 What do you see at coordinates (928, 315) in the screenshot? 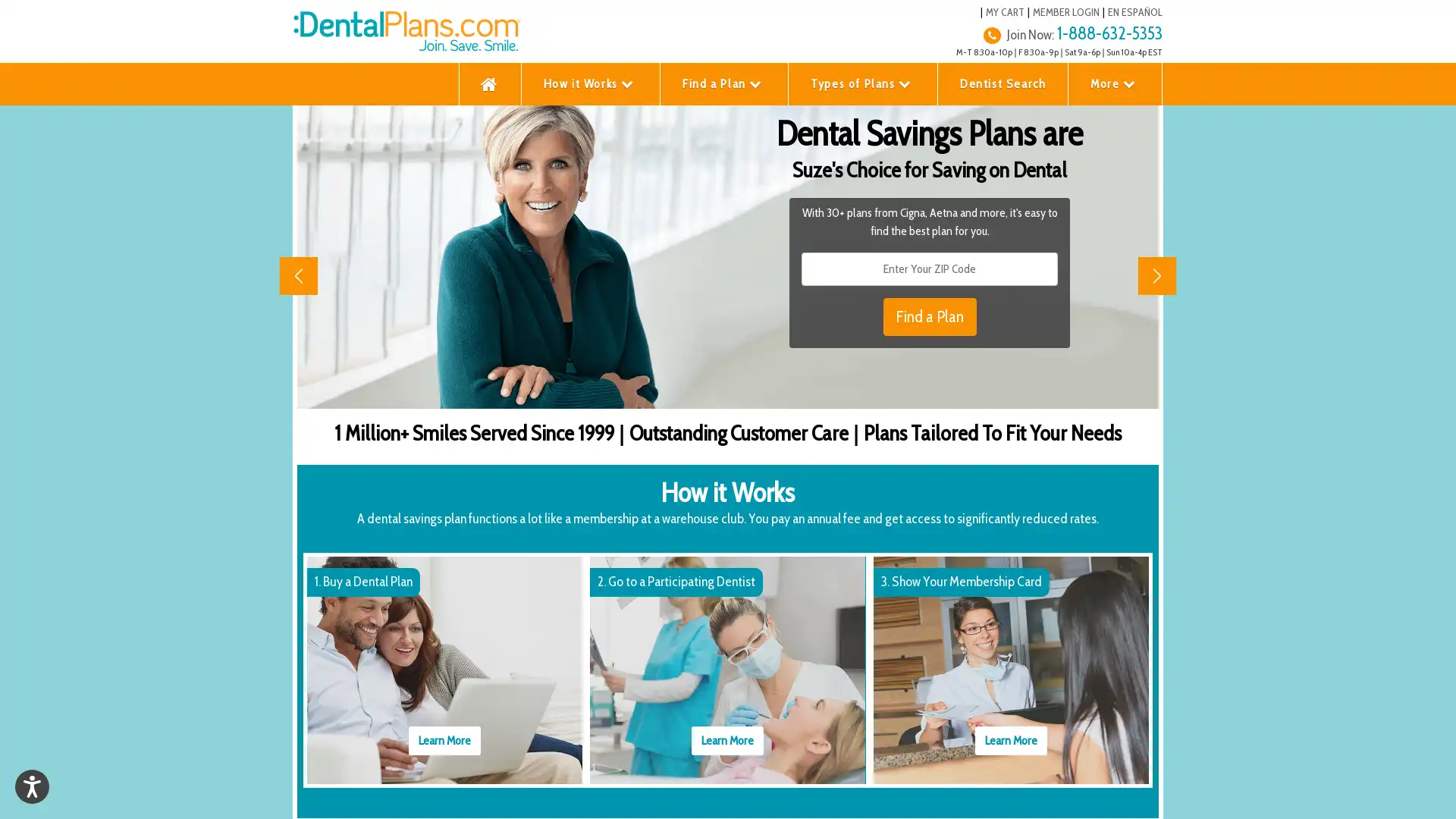
I see `Find a Plan` at bounding box center [928, 315].